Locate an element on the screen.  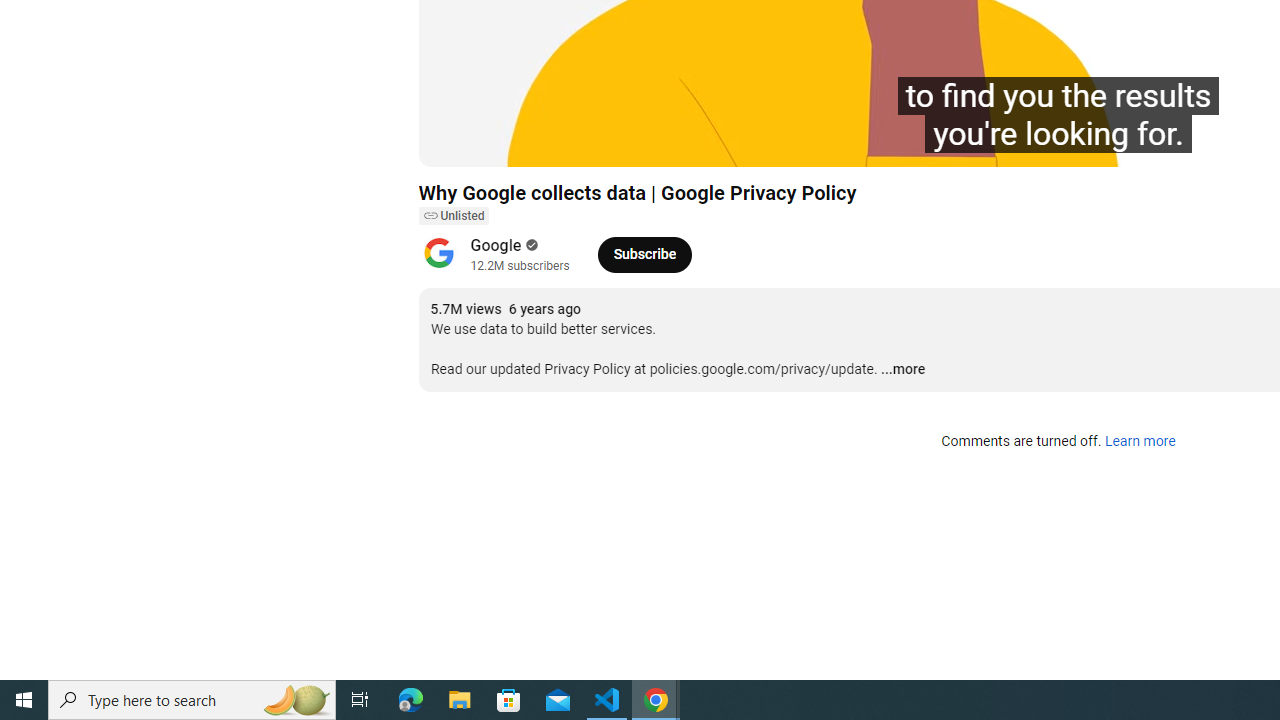
'Subscribe to Google.' is located at coordinates (644, 253).